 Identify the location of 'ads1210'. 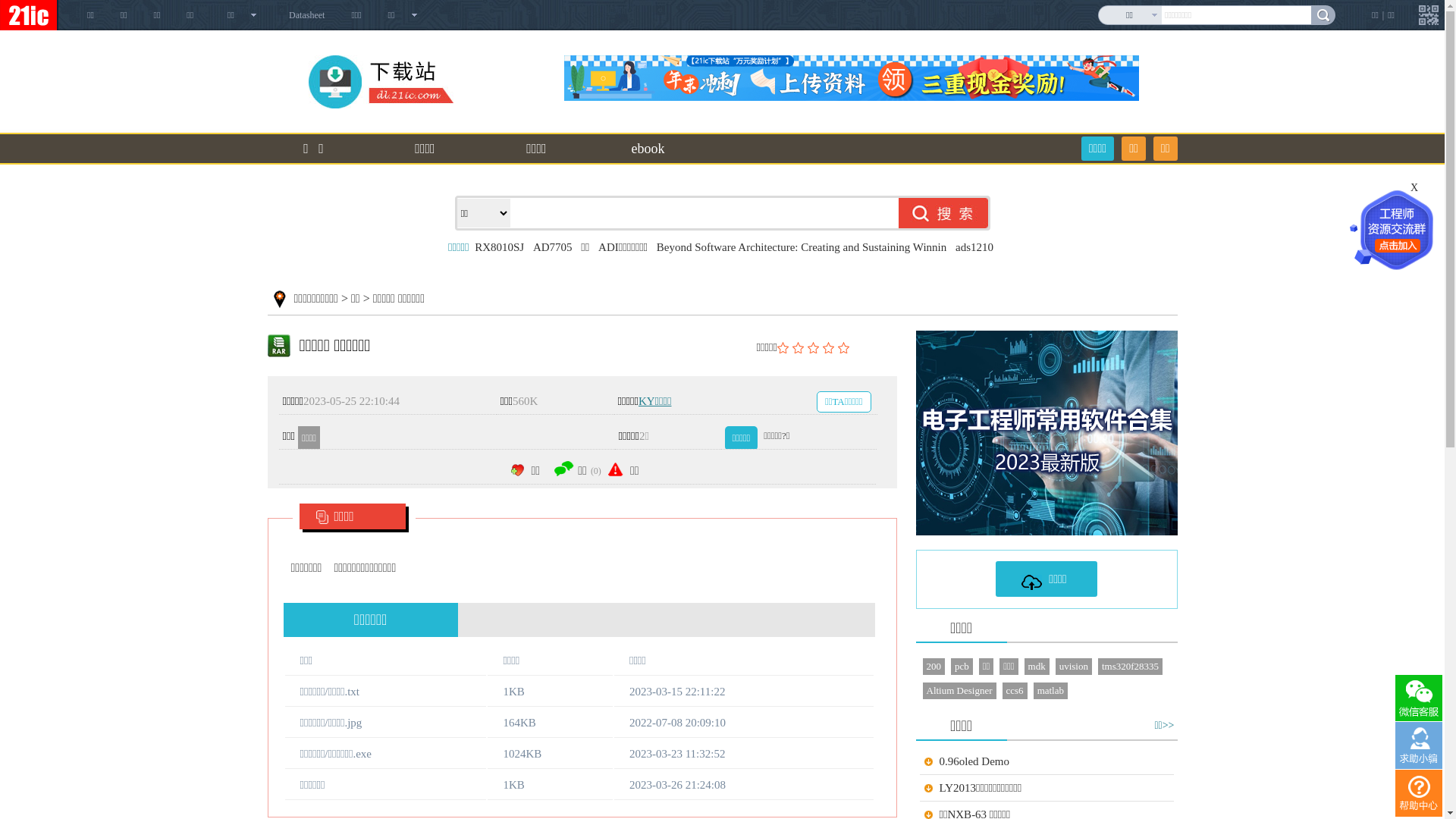
(974, 246).